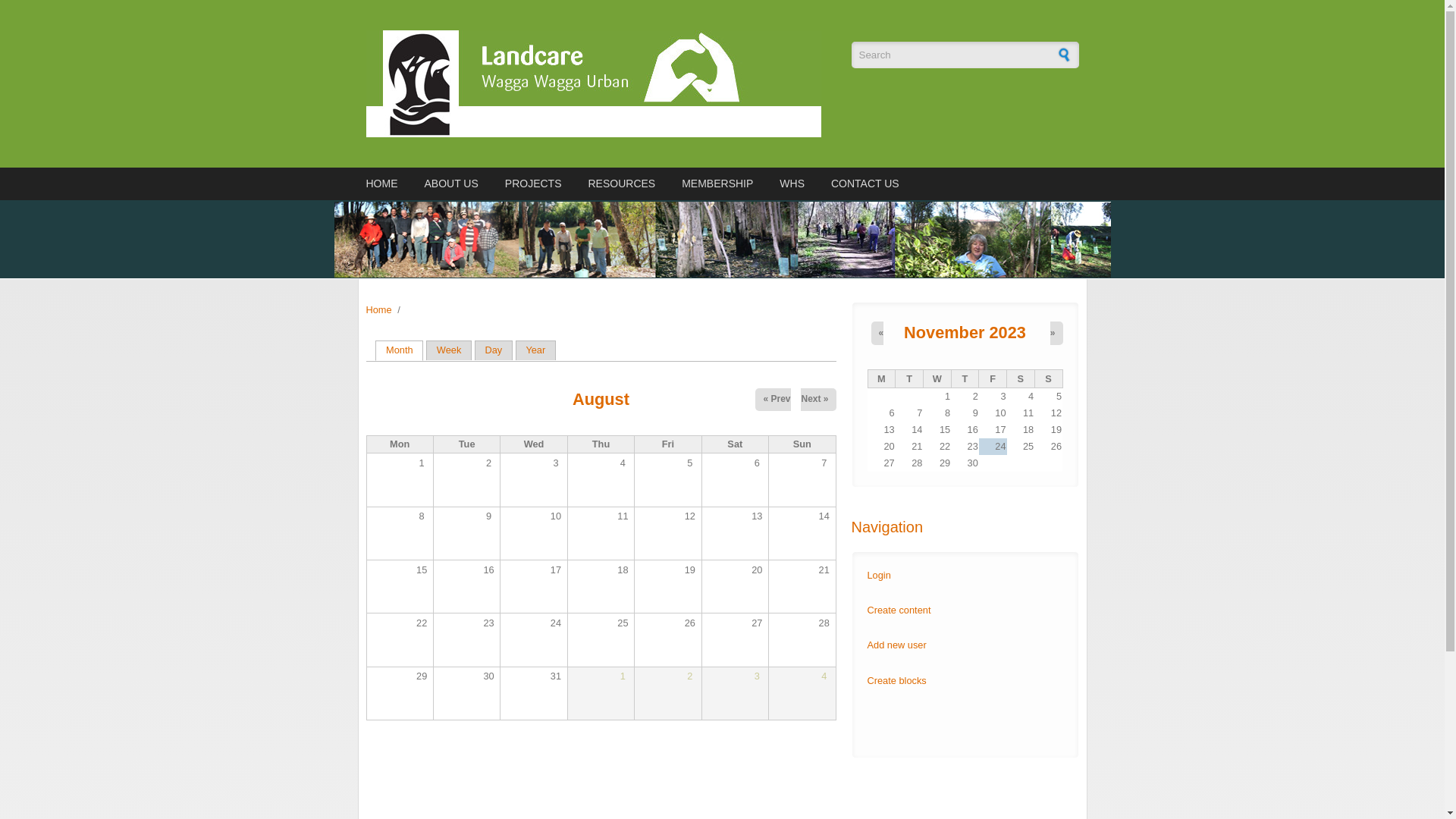  What do you see at coordinates (533, 183) in the screenshot?
I see `'PROJECTS'` at bounding box center [533, 183].